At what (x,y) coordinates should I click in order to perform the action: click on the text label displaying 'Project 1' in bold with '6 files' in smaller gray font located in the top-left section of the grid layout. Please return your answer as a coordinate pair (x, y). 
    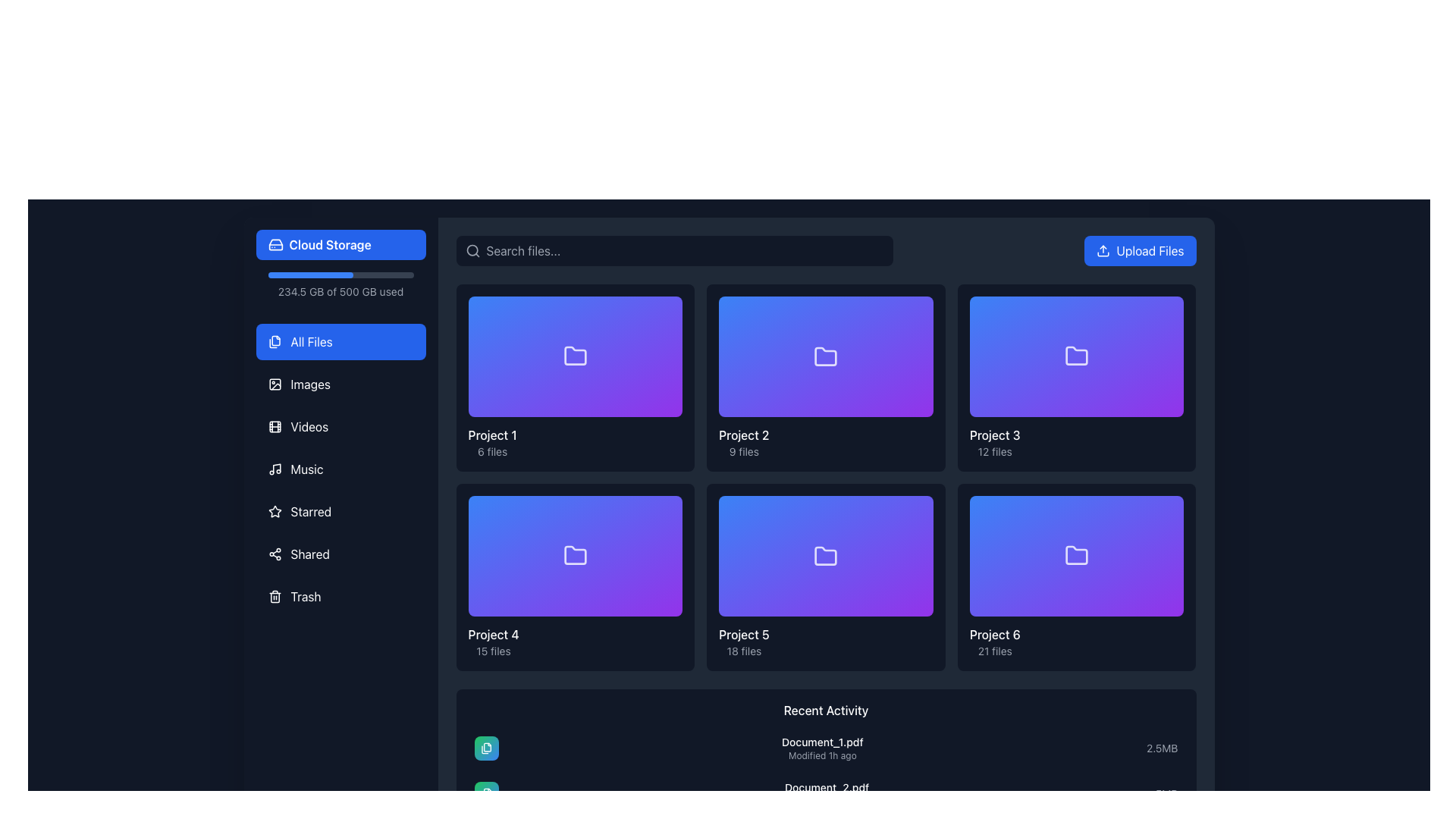
    Looking at the image, I should click on (492, 442).